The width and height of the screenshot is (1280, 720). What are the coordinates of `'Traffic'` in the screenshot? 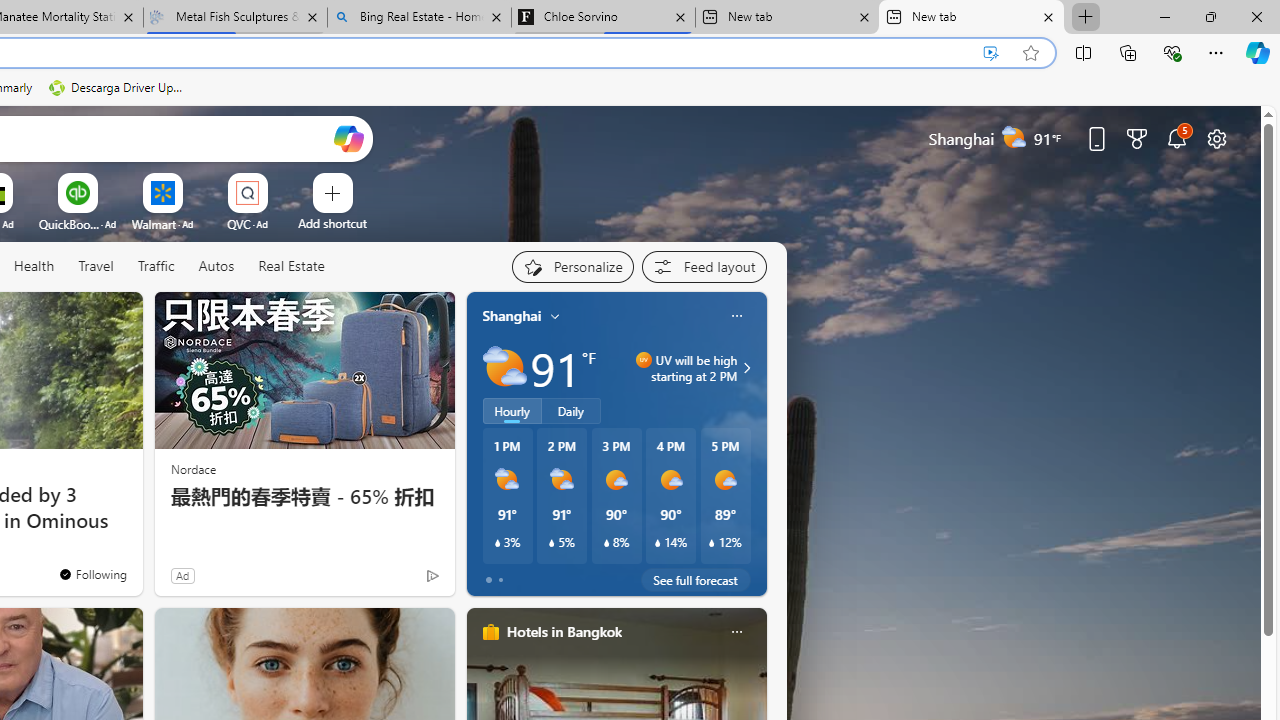 It's located at (154, 265).